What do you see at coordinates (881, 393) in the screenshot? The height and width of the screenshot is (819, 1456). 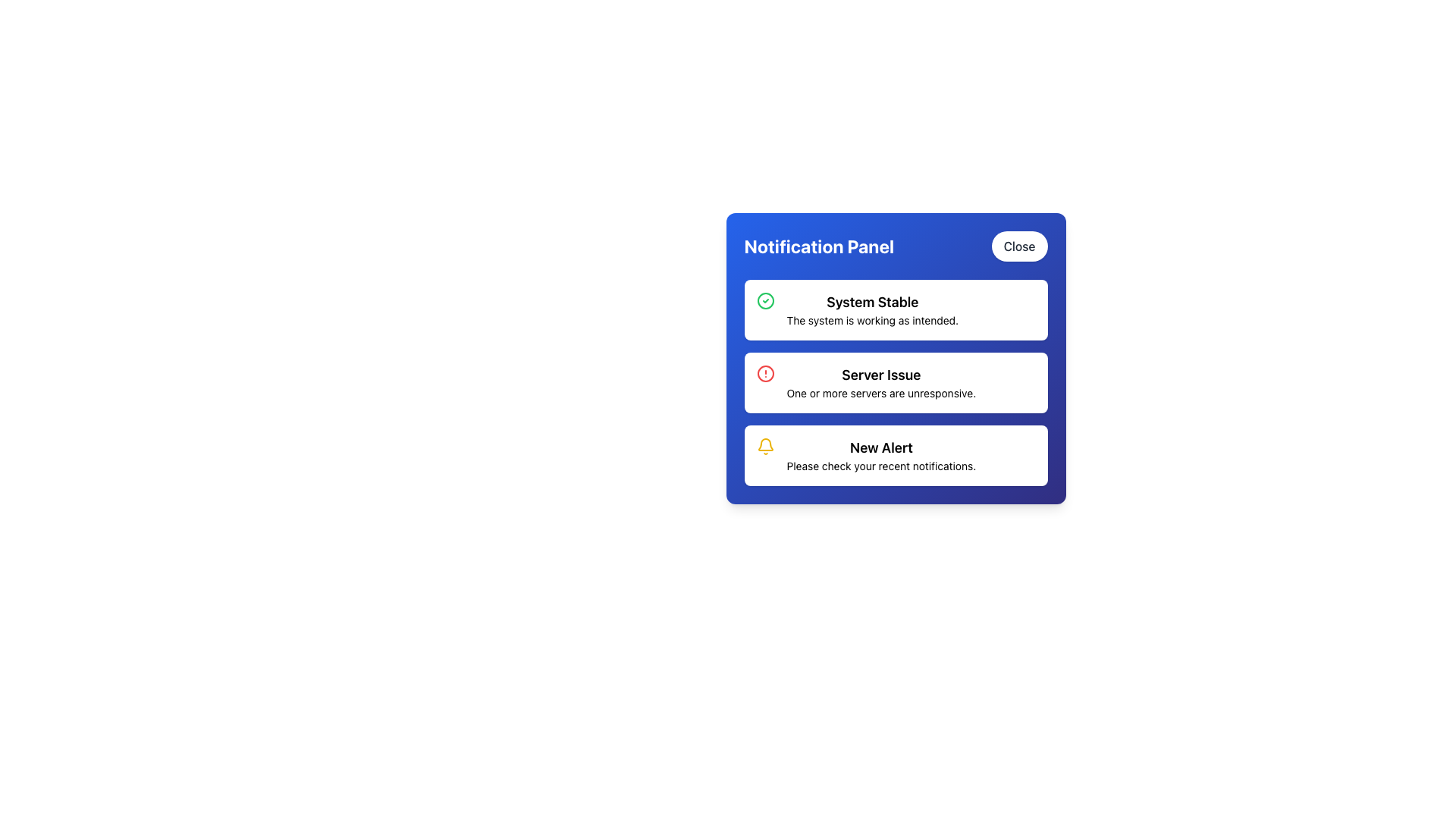 I see `the text notification message stating 'One or more servers are unresponsive.' located beneath the 'Server Issue' heading in the notification panel` at bounding box center [881, 393].